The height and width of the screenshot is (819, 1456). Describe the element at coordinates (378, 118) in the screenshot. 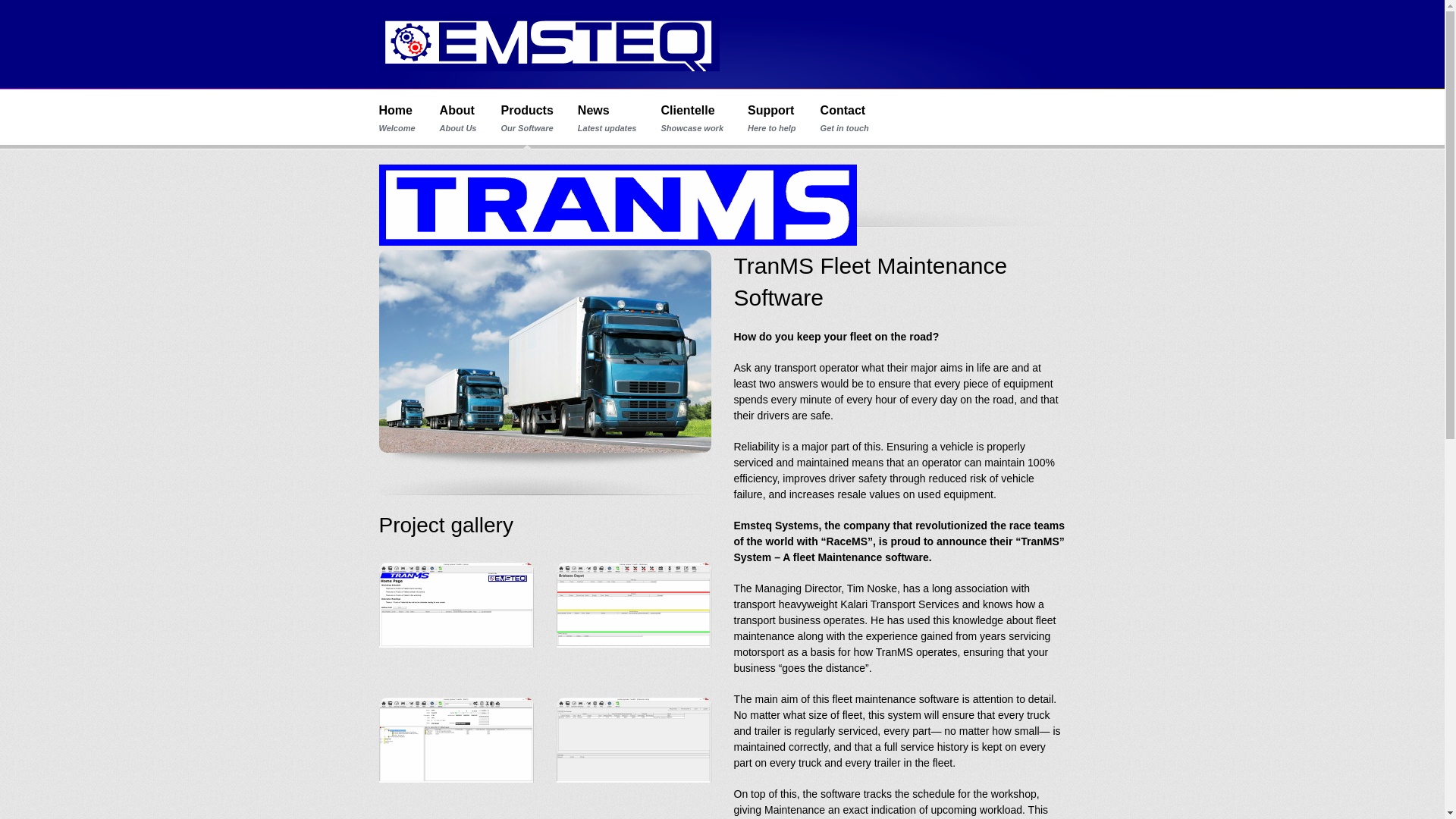

I see `'Home` at that location.